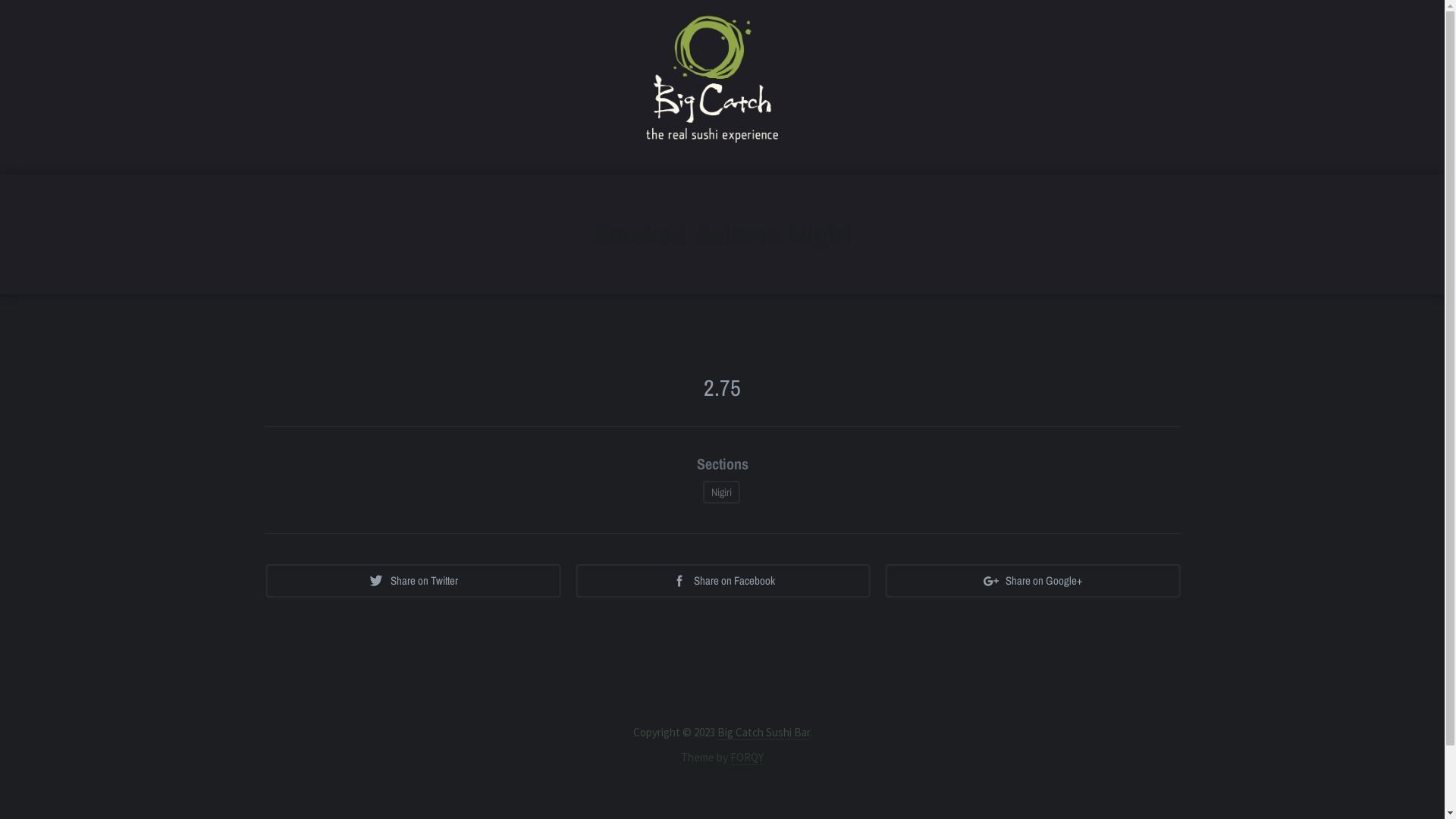 The height and width of the screenshot is (819, 1456). Describe the element at coordinates (1032, 580) in the screenshot. I see `'Share on Google+'` at that location.